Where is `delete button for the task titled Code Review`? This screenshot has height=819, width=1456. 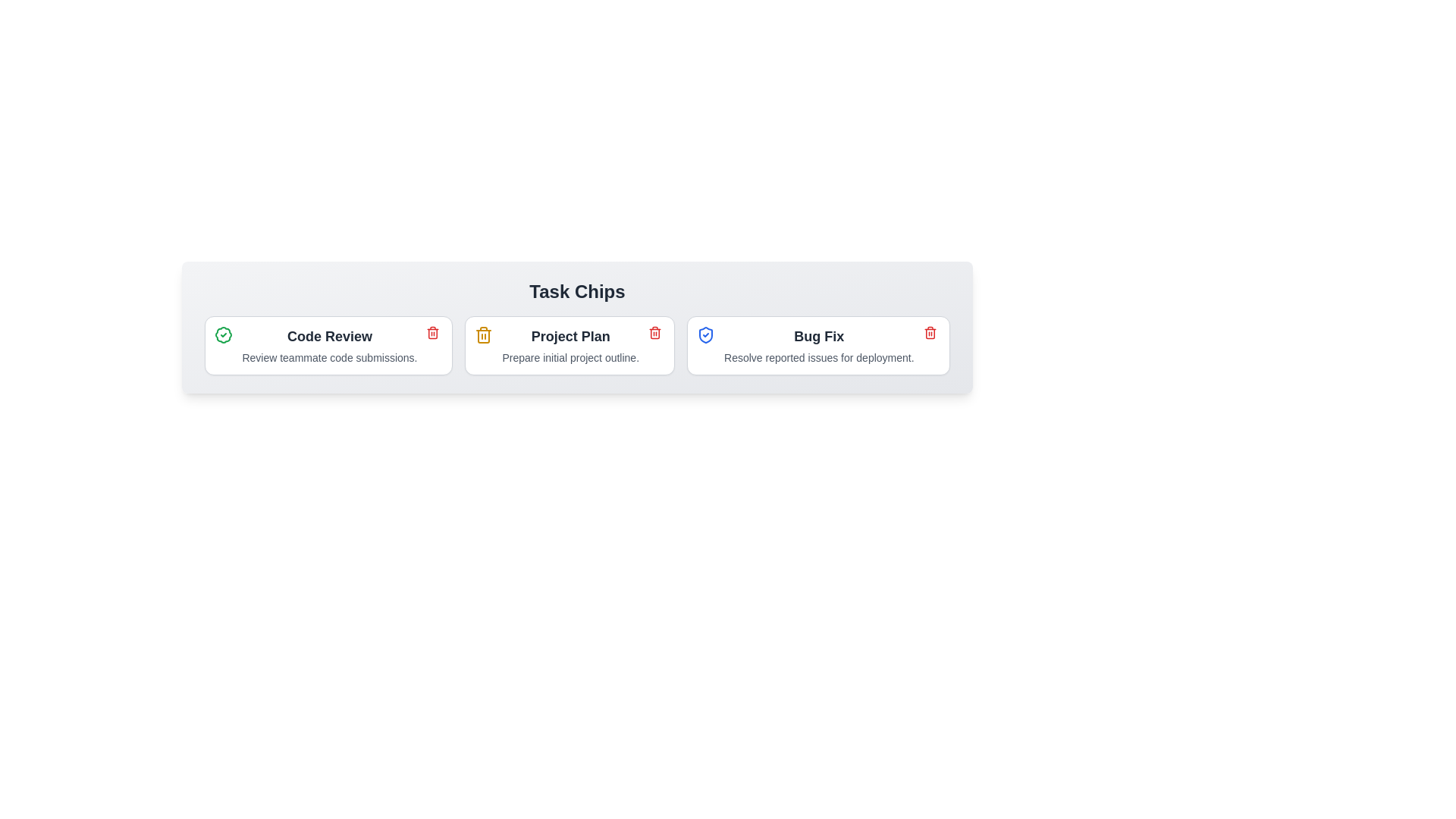
delete button for the task titled Code Review is located at coordinates (432, 332).